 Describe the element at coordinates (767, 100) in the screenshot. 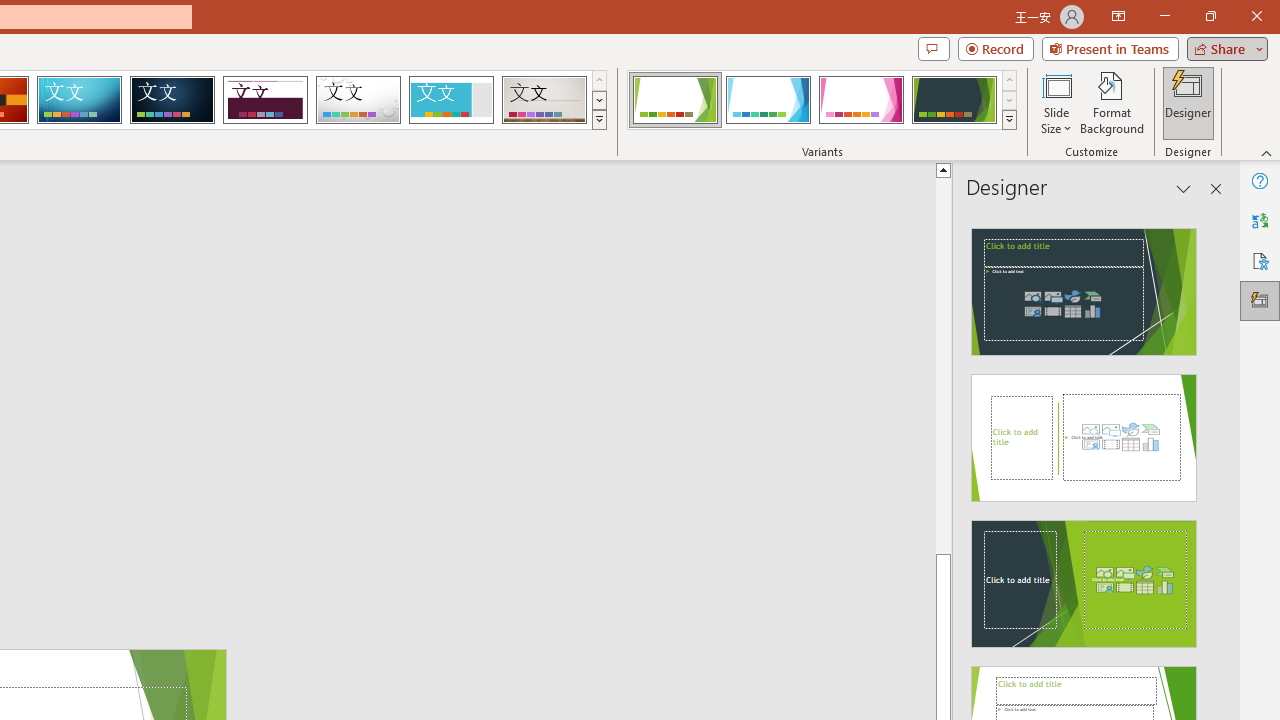

I see `'Facet Variant 2'` at that location.